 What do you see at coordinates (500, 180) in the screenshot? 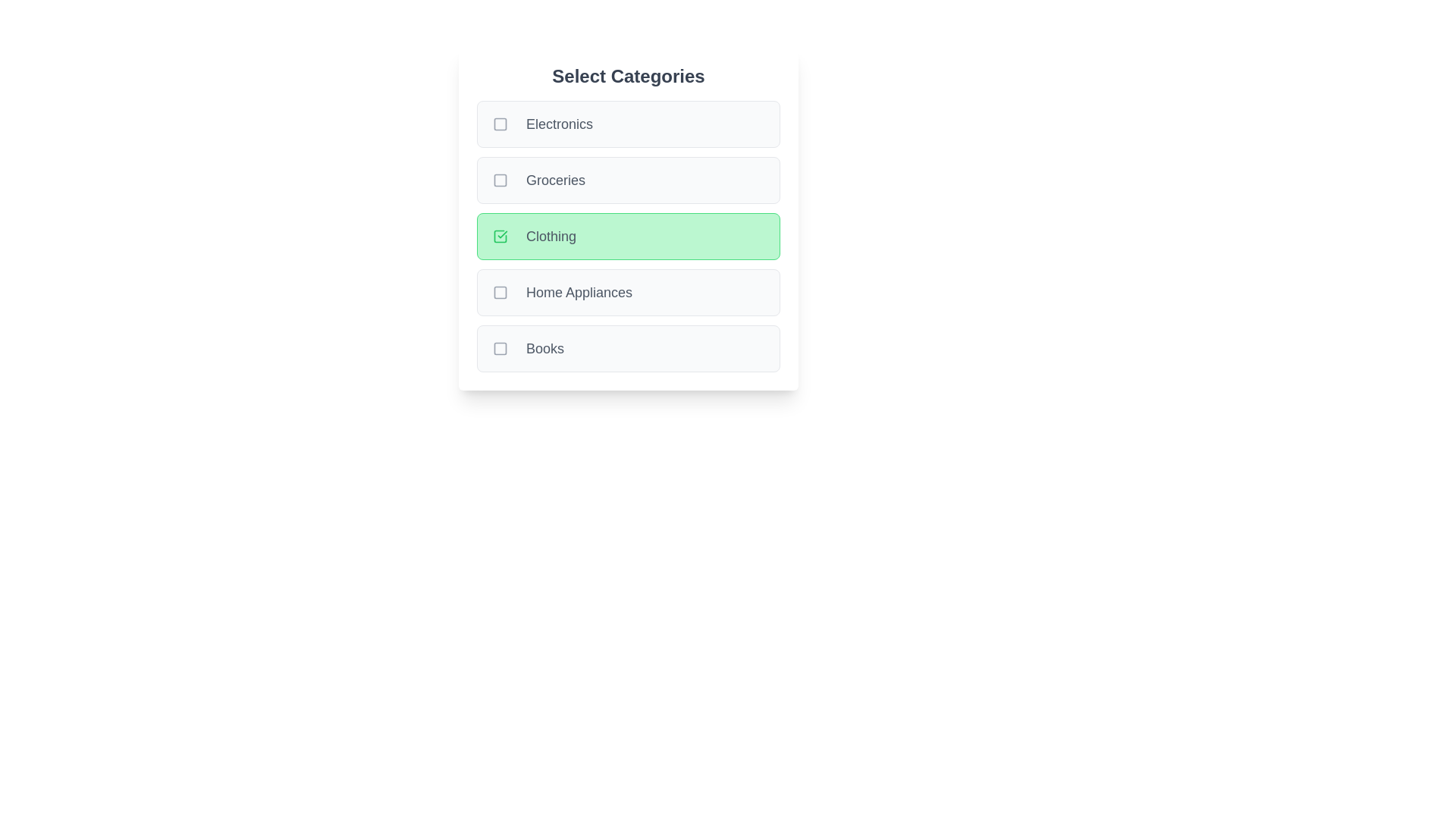
I see `the checkbox for Groceries` at bounding box center [500, 180].